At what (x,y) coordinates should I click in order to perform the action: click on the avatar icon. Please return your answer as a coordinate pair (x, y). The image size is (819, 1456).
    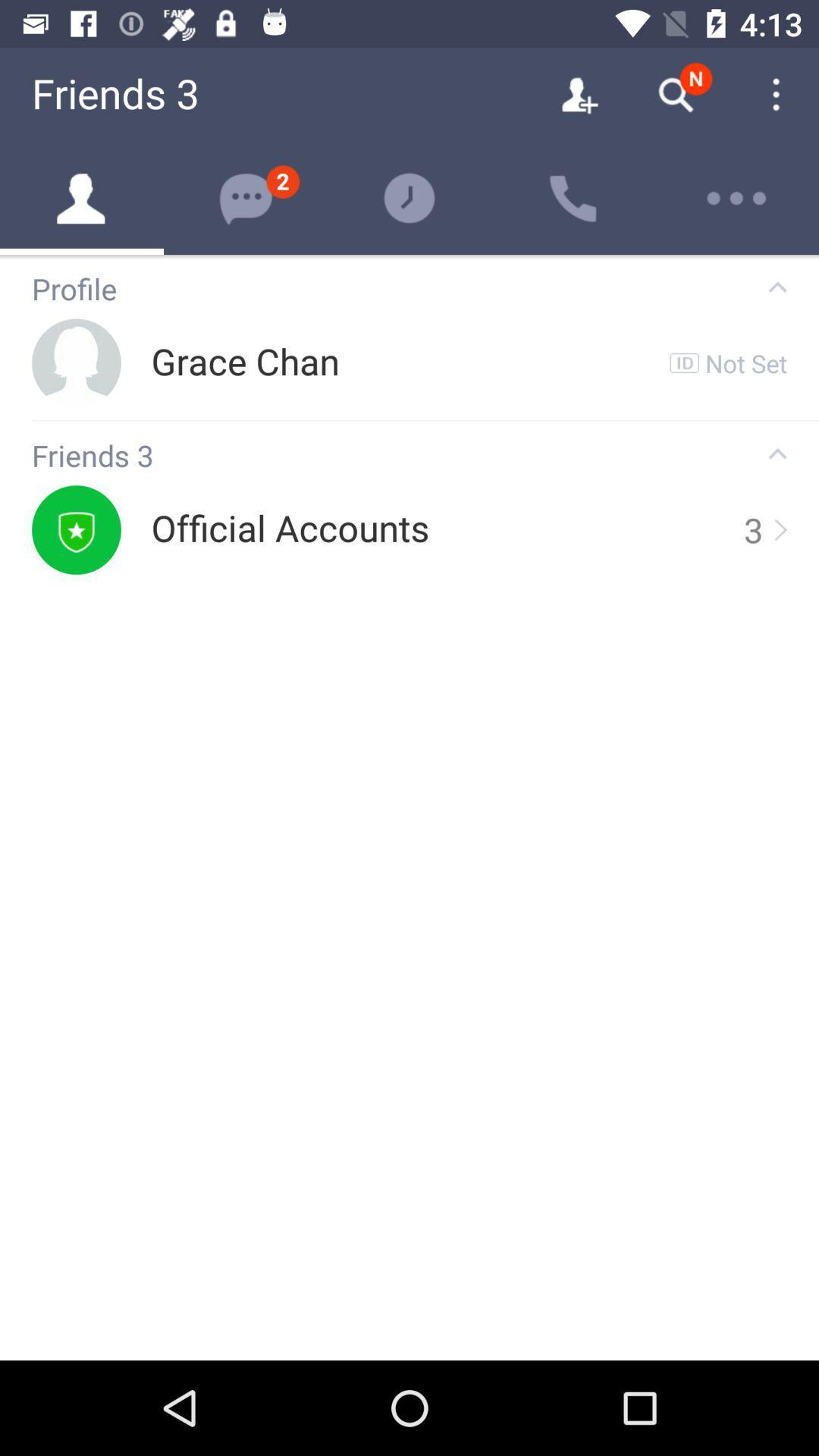
    Looking at the image, I should click on (82, 198).